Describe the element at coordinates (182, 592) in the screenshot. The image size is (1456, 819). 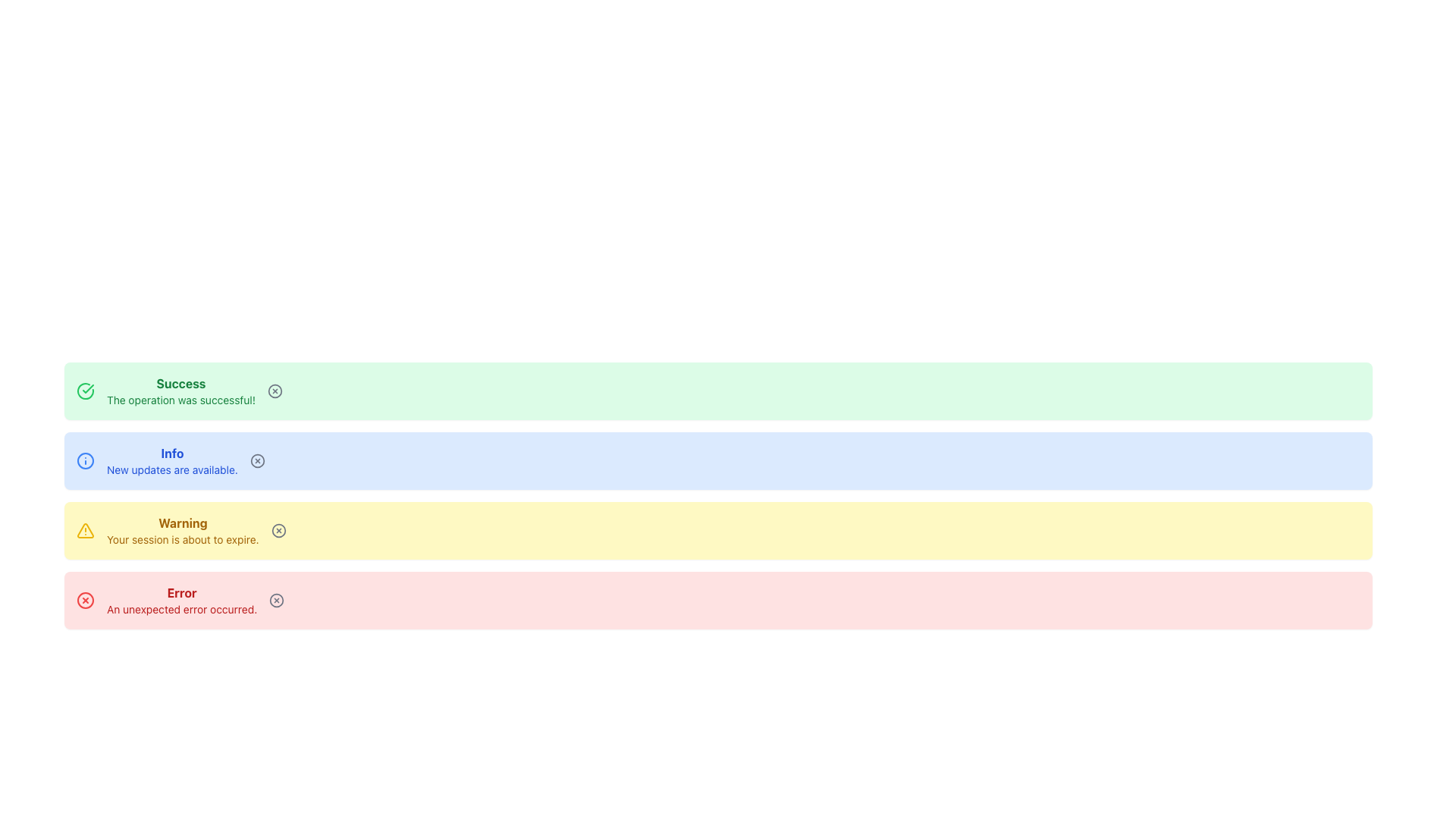
I see `bold, red-colored text label that says 'Error', located at the top-left corner of a red notification box` at that location.